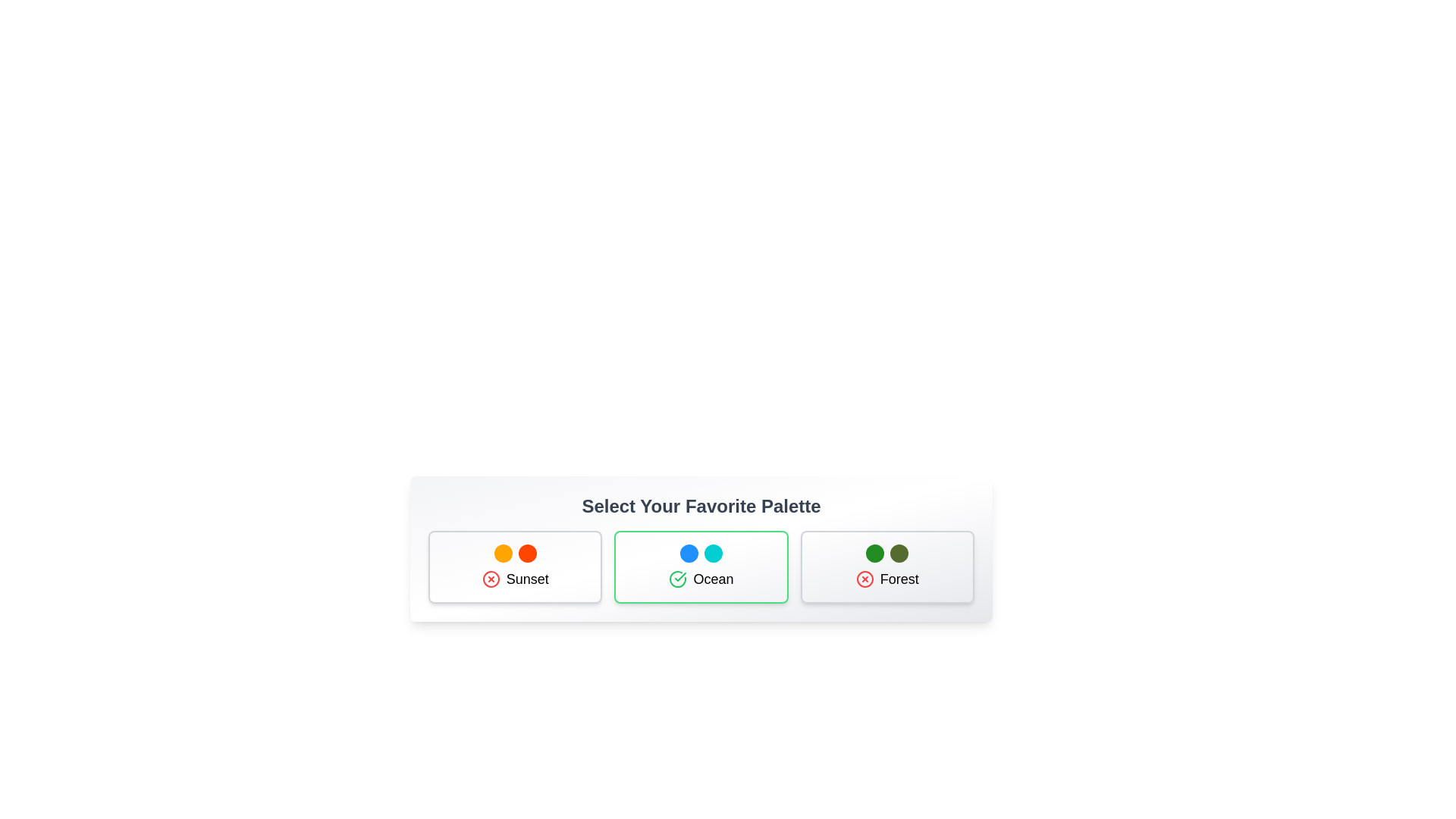 This screenshot has width=1456, height=819. I want to click on the palette card for Sunset, so click(515, 567).